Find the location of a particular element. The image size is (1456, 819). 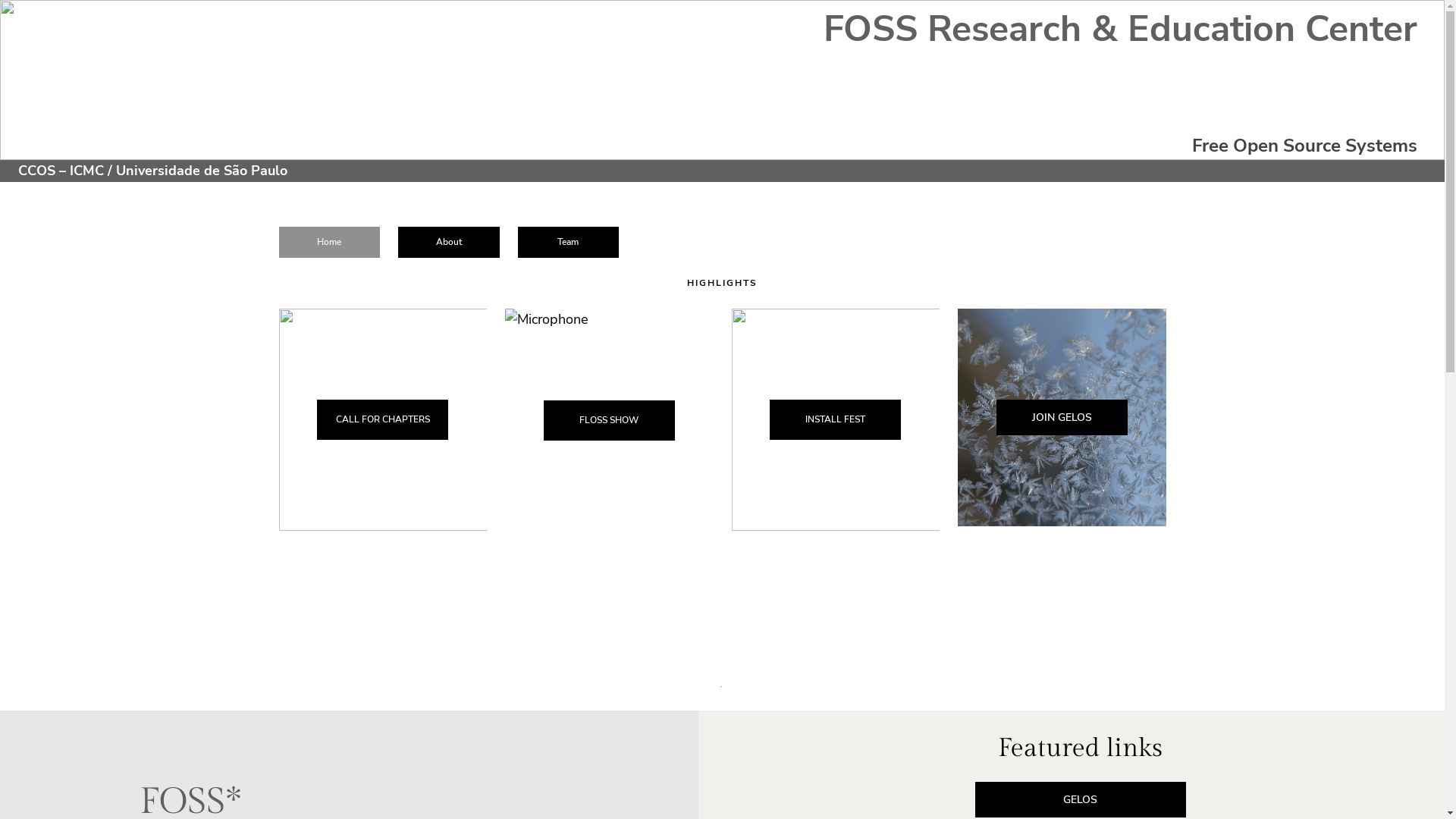

'Team' is located at coordinates (517, 241).